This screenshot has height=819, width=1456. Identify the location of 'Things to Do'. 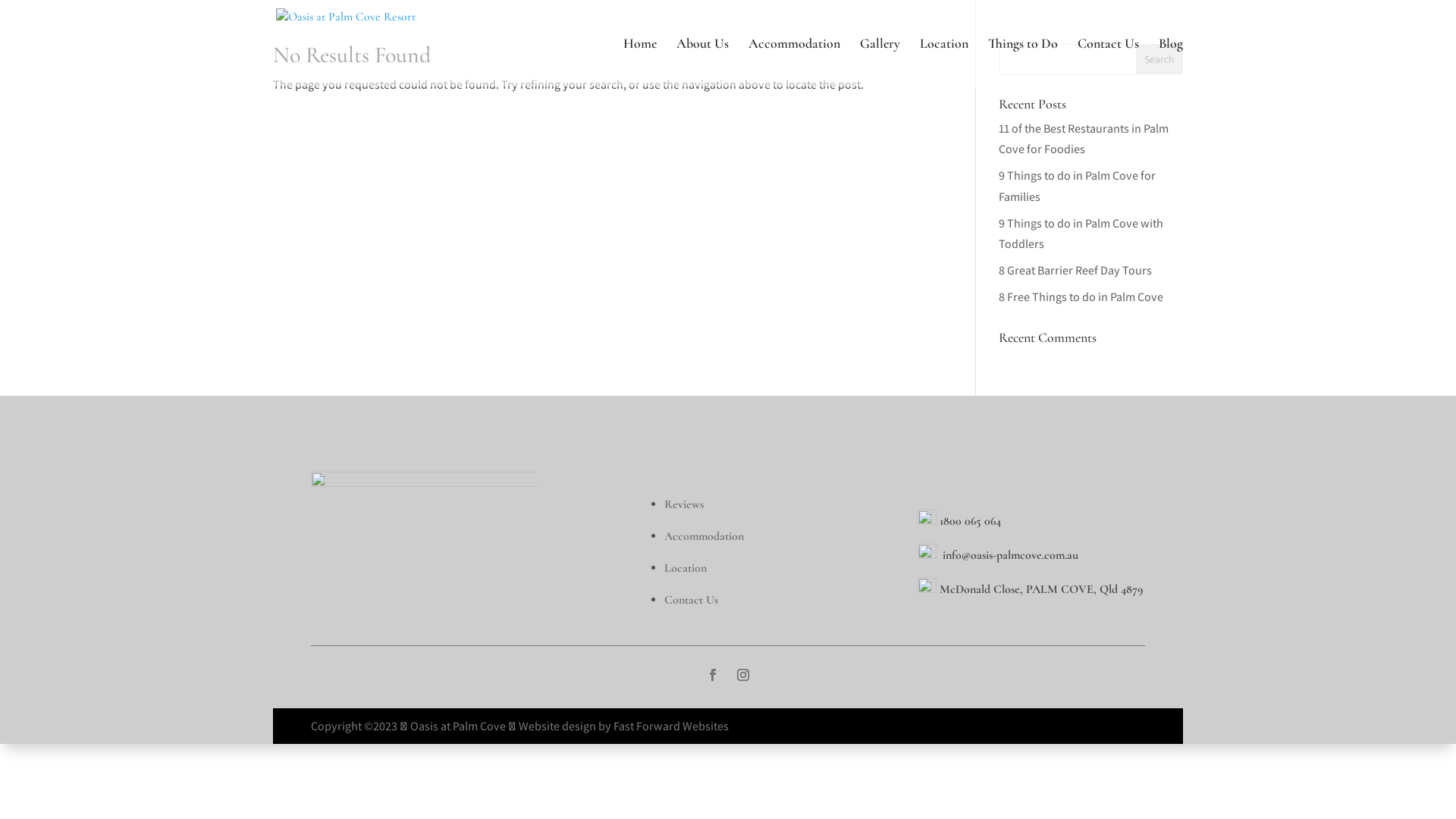
(987, 61).